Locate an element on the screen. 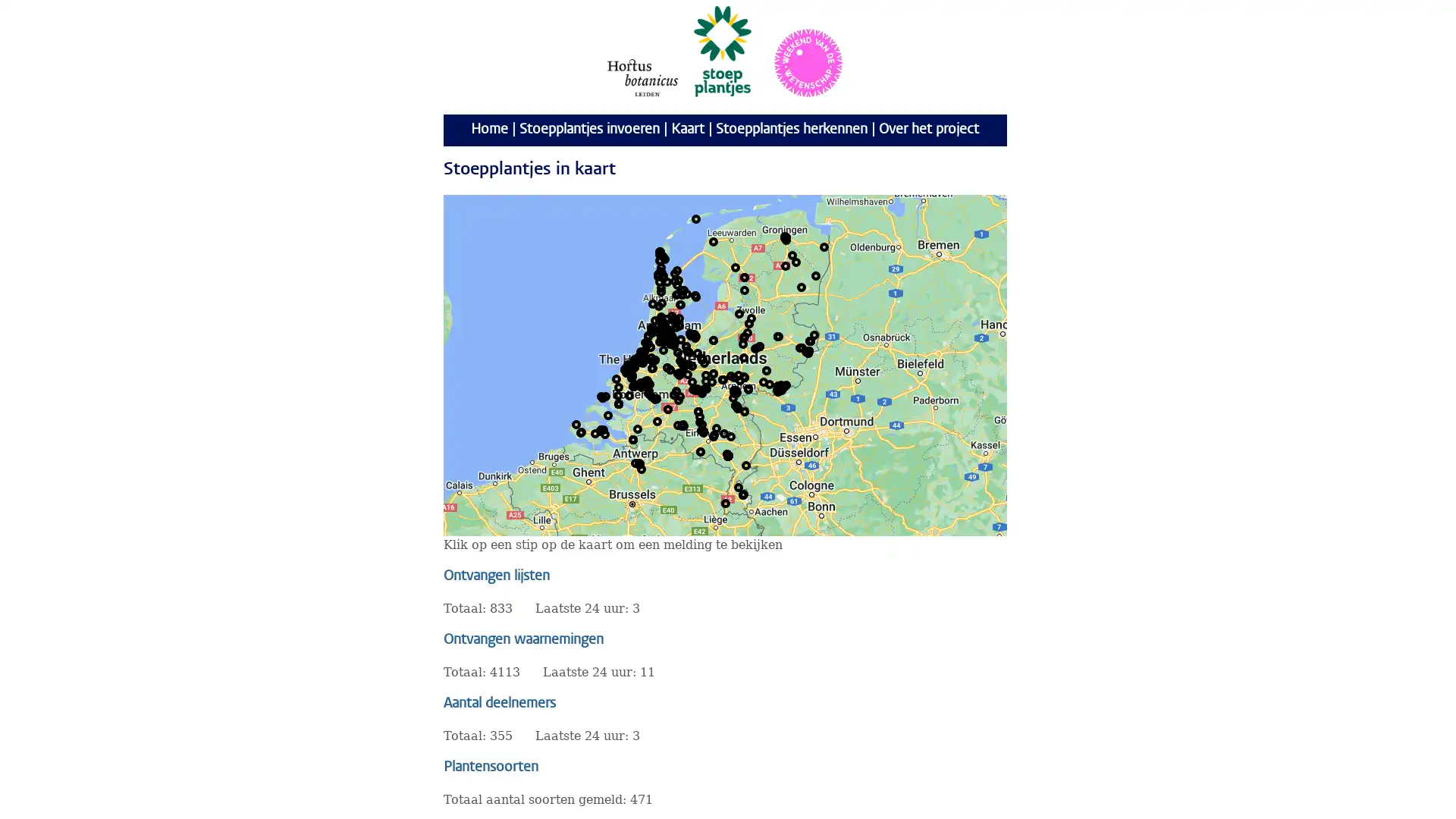  Telling van op 04 mei 2022 is located at coordinates (778, 391).